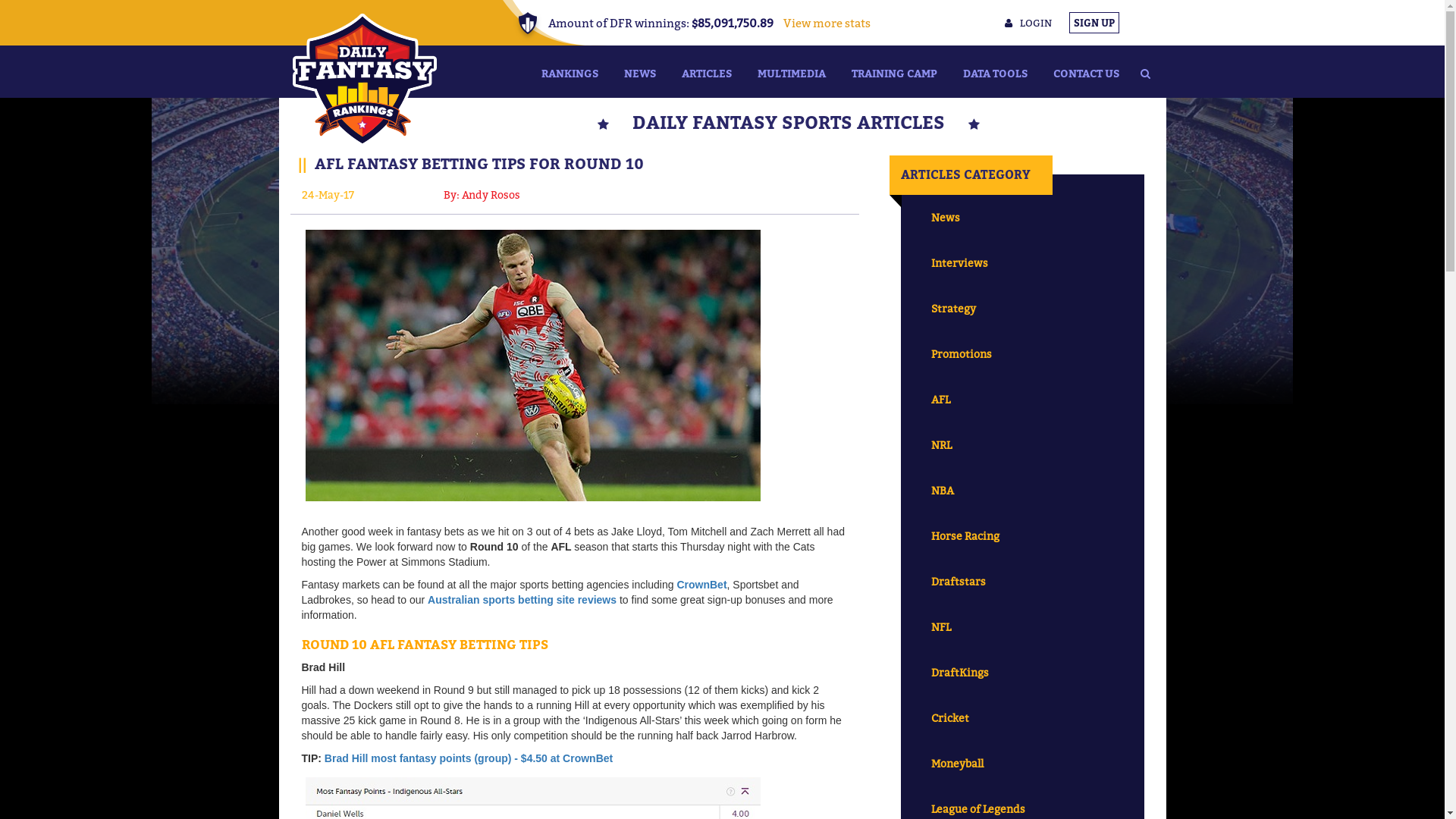 Image resolution: width=1456 pixels, height=819 pixels. What do you see at coordinates (1094, 23) in the screenshot?
I see `'SIGN UP'` at bounding box center [1094, 23].